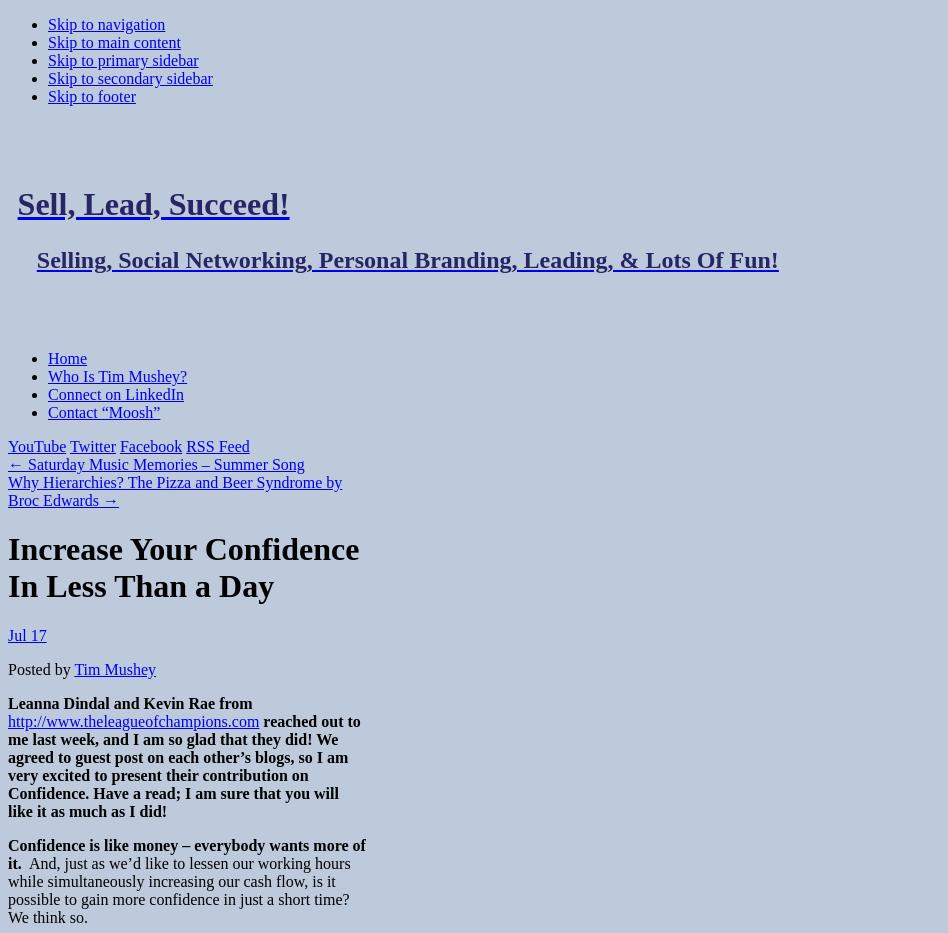 This screenshot has height=933, width=948. Describe the element at coordinates (182, 566) in the screenshot. I see `'Increase Your Confidence In Less Than a Day'` at that location.